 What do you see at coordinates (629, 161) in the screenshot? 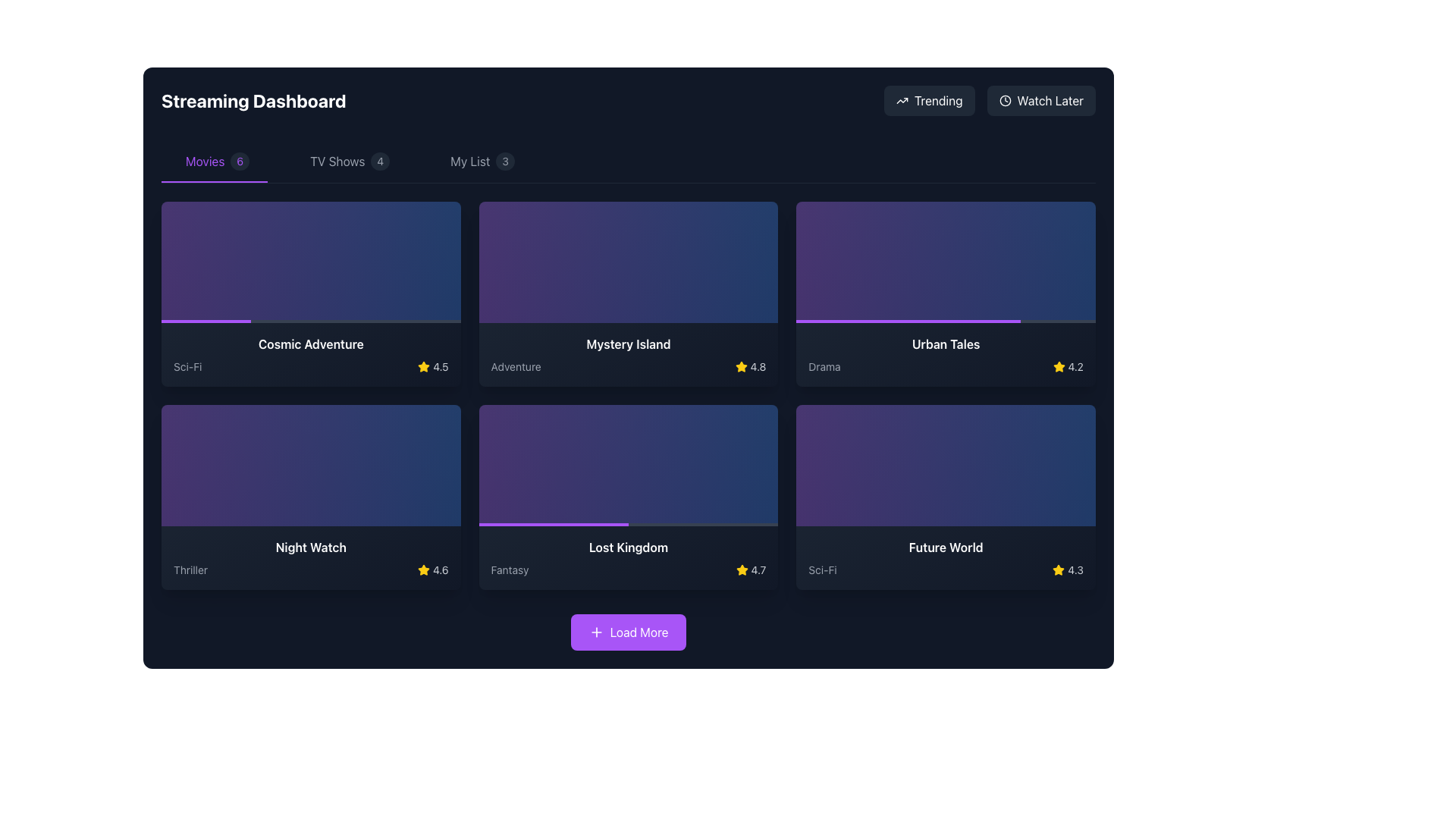
I see `the 'Movies', 'TV Shows', or 'My List' item in the Navigation bar to filter content accordingly` at bounding box center [629, 161].